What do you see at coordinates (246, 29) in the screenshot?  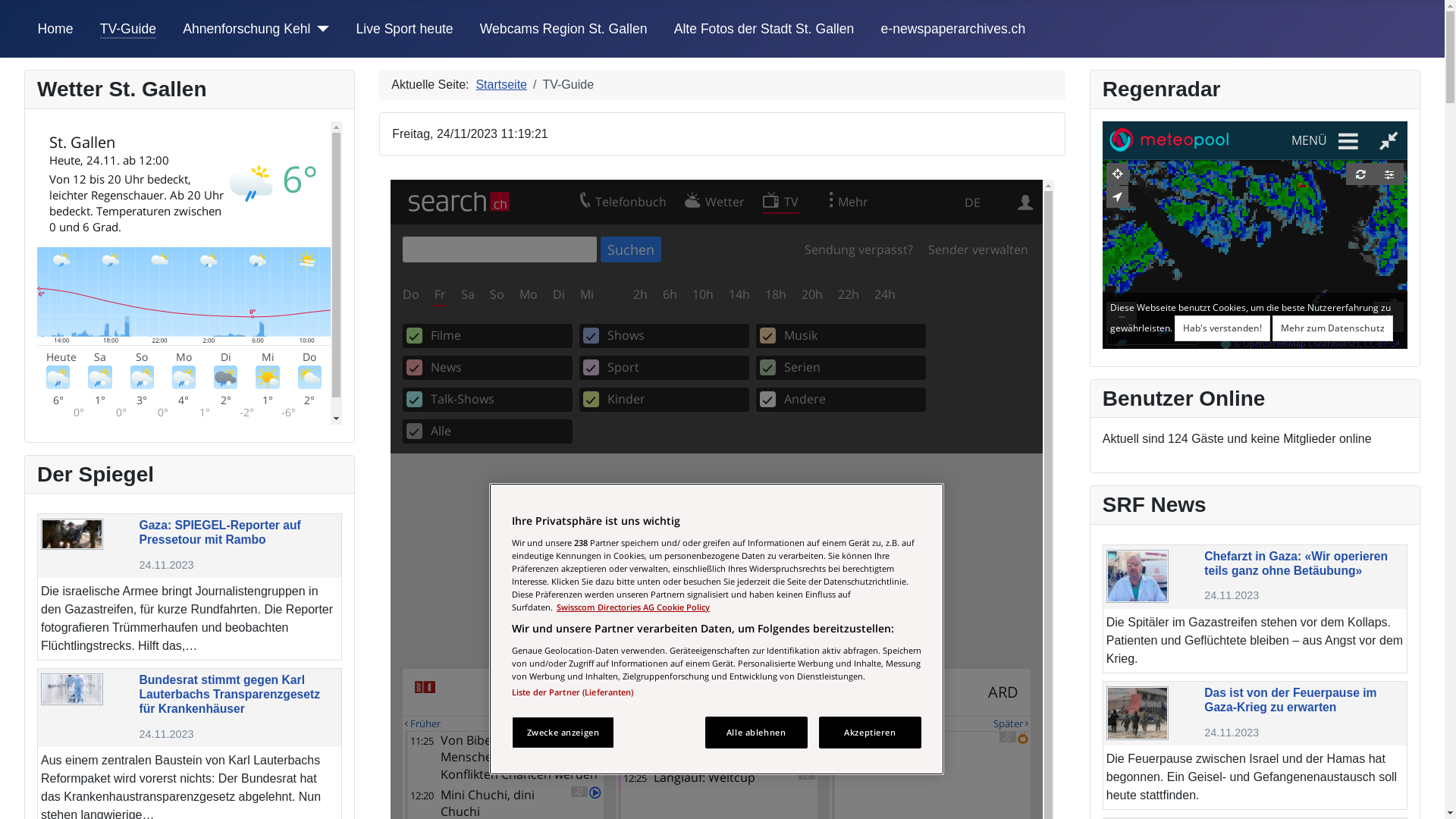 I see `'Ahnenforschung Kehl'` at bounding box center [246, 29].